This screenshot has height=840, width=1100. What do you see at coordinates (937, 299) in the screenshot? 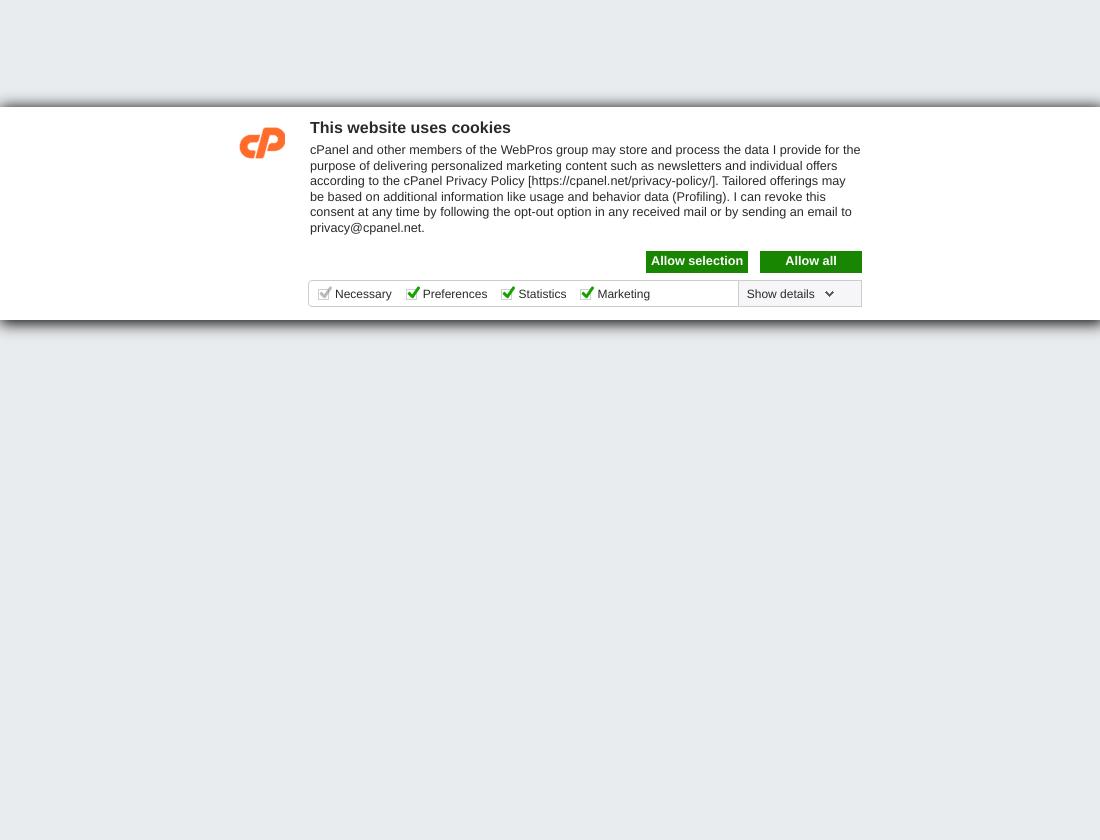
I see `'Build for cPanel'` at bounding box center [937, 299].